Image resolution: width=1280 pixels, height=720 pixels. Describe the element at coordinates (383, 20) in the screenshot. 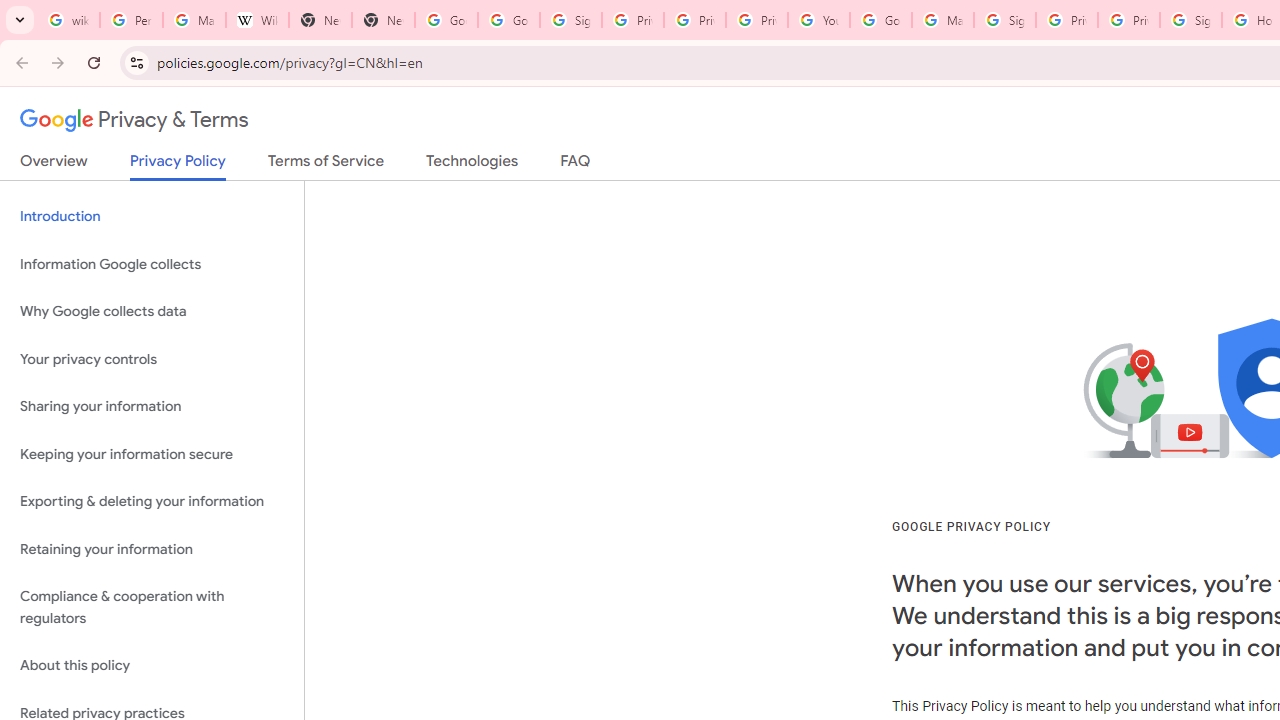

I see `'New Tab'` at that location.